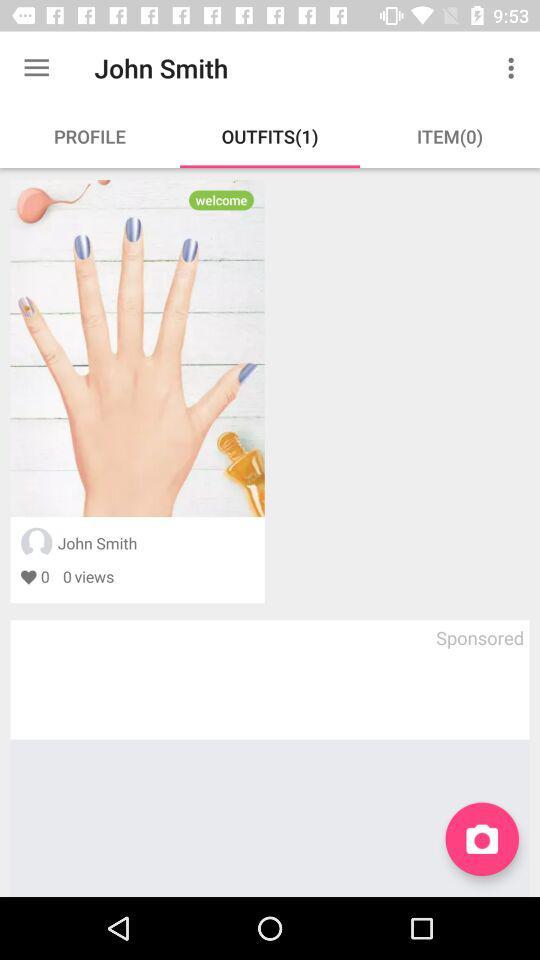 The width and height of the screenshot is (540, 960). Describe the element at coordinates (481, 839) in the screenshot. I see `the photo icon` at that location.